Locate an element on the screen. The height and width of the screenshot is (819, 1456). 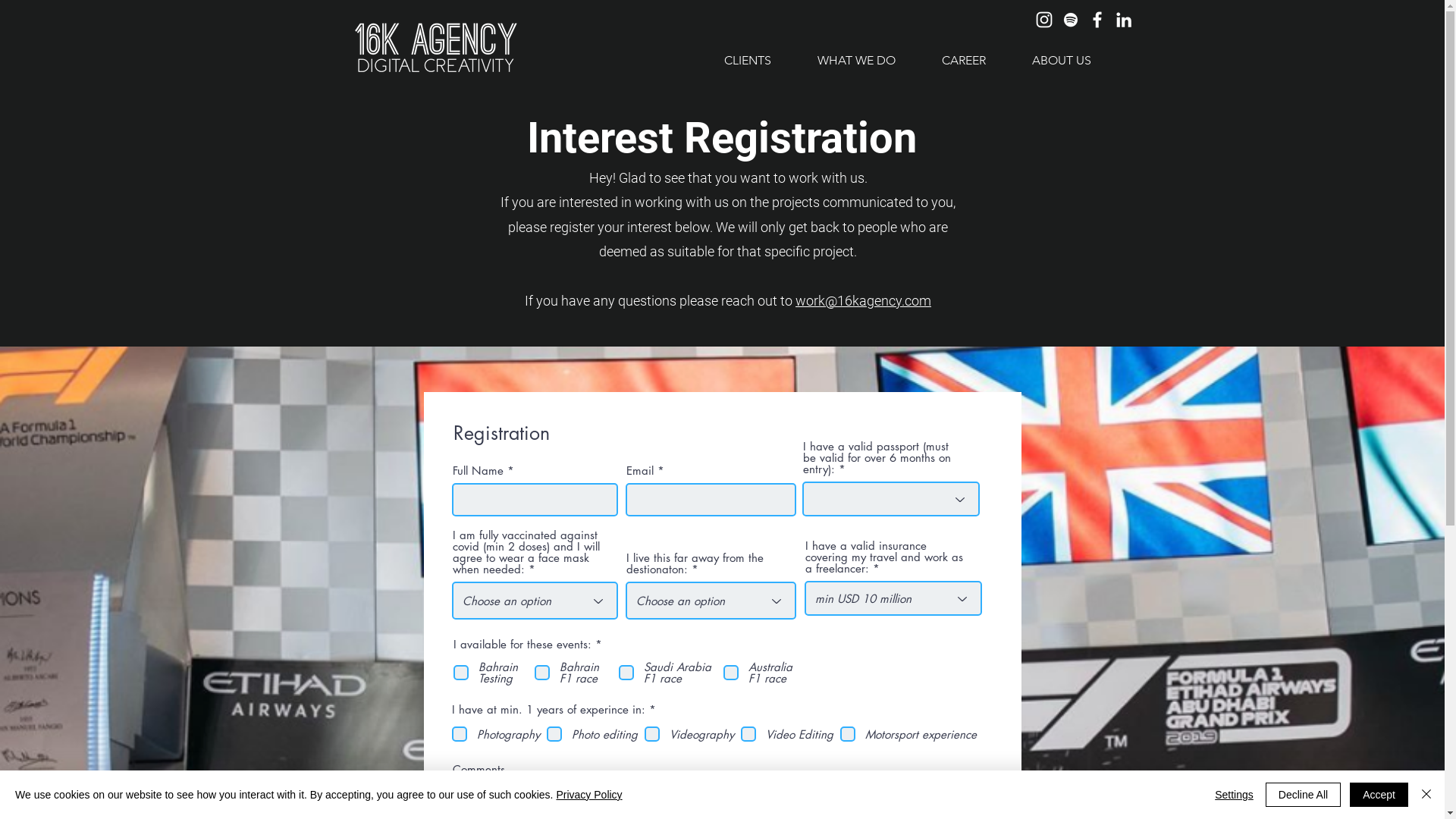
'Accept' is located at coordinates (1379, 794).